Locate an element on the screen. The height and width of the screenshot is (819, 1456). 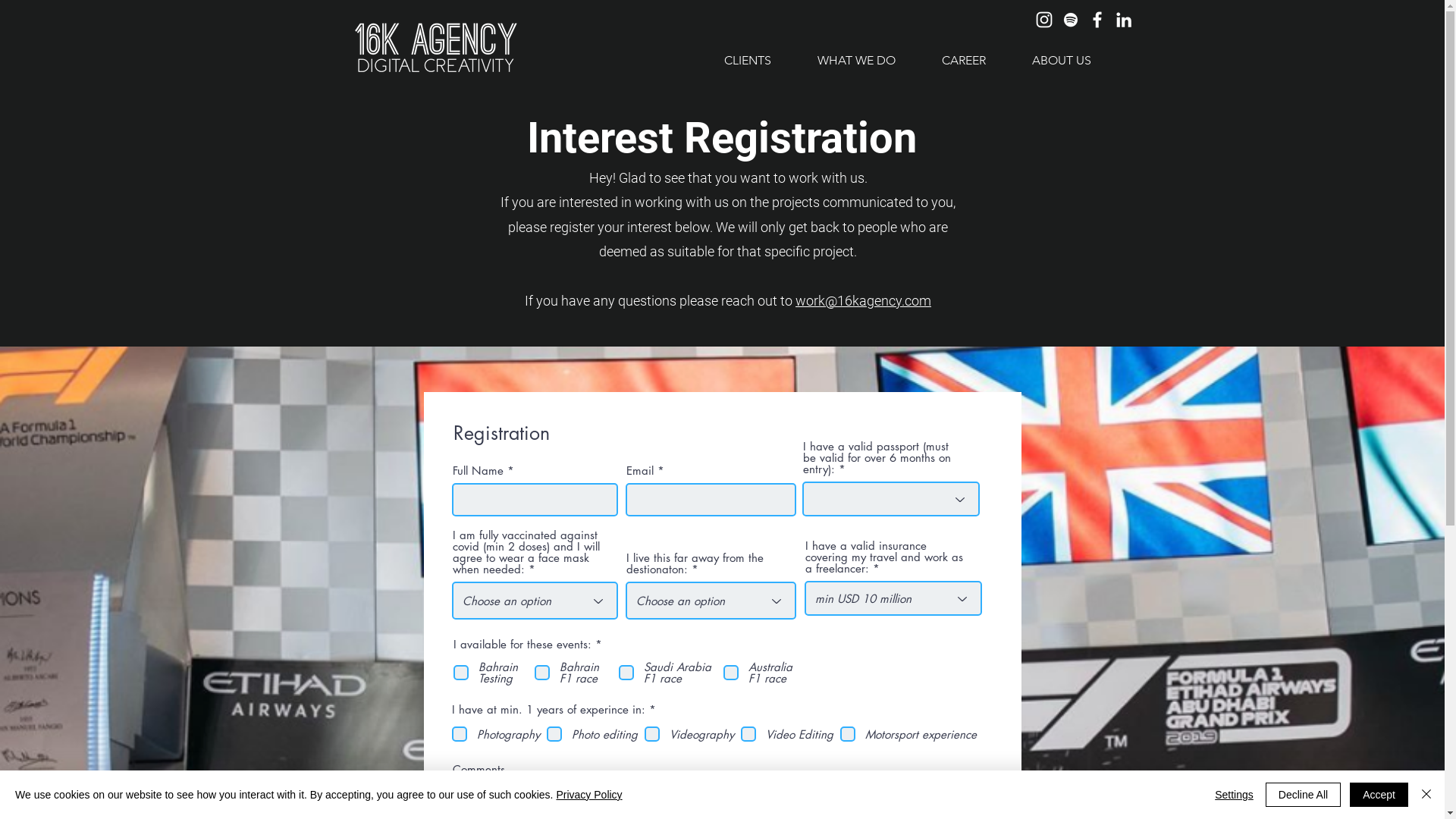
'Accept' is located at coordinates (1379, 794).